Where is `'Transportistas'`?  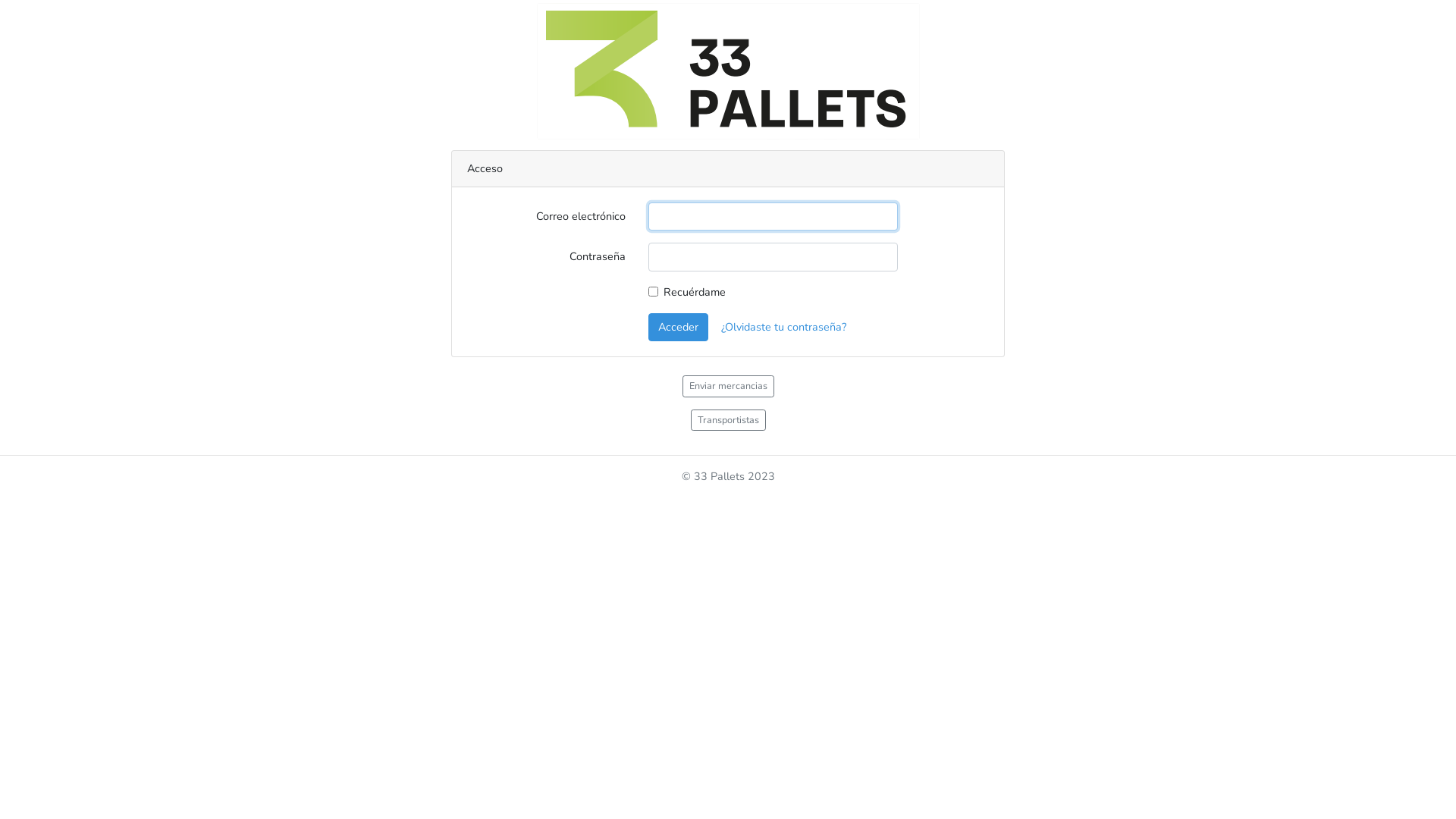
'Transportistas' is located at coordinates (726, 420).